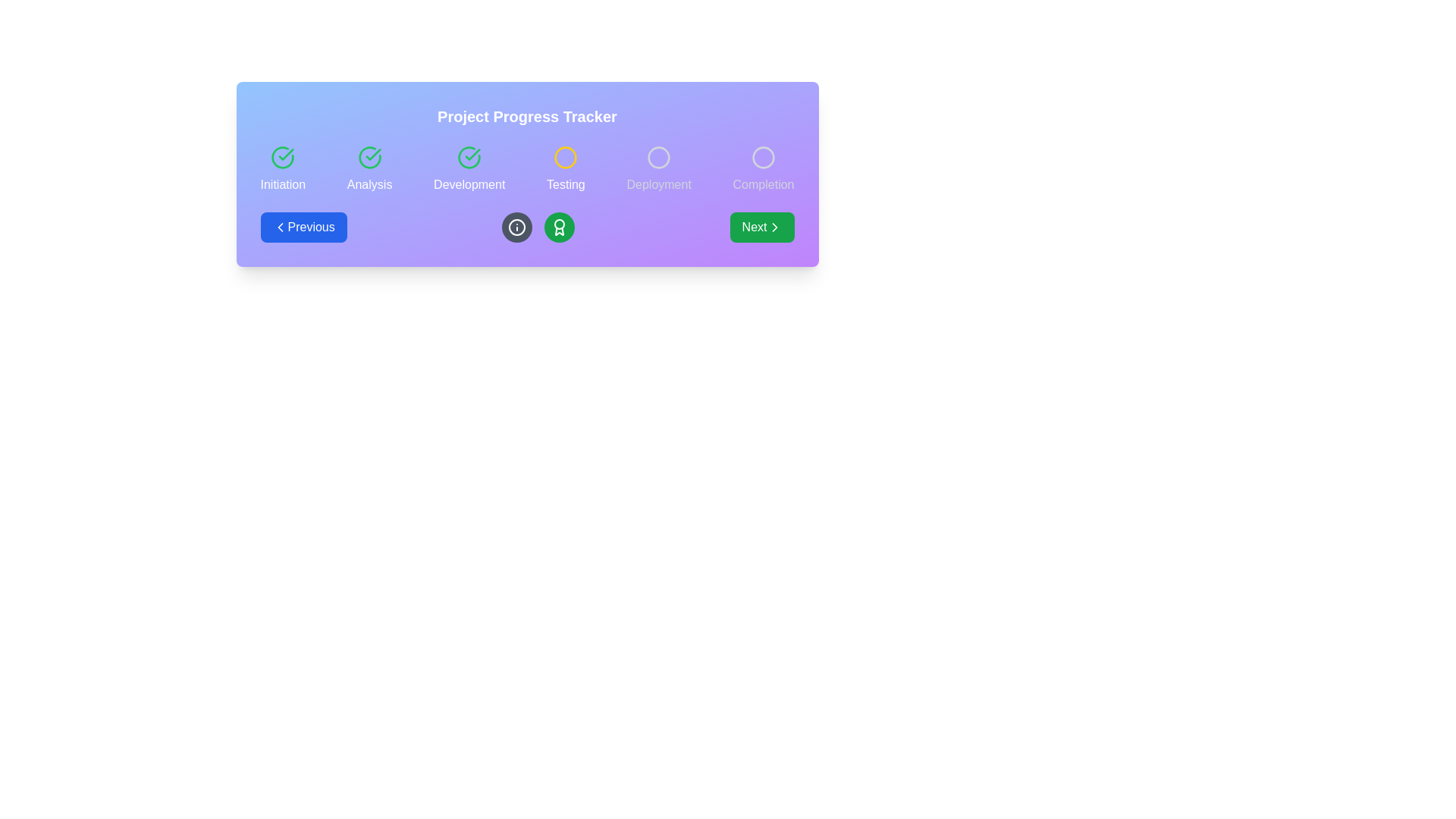 The image size is (1456, 819). What do you see at coordinates (764, 158) in the screenshot?
I see `the fifth circular marker in the progress tracker that represents the 'Completion' step, located on the far right adjacent to the 'Completion' label` at bounding box center [764, 158].